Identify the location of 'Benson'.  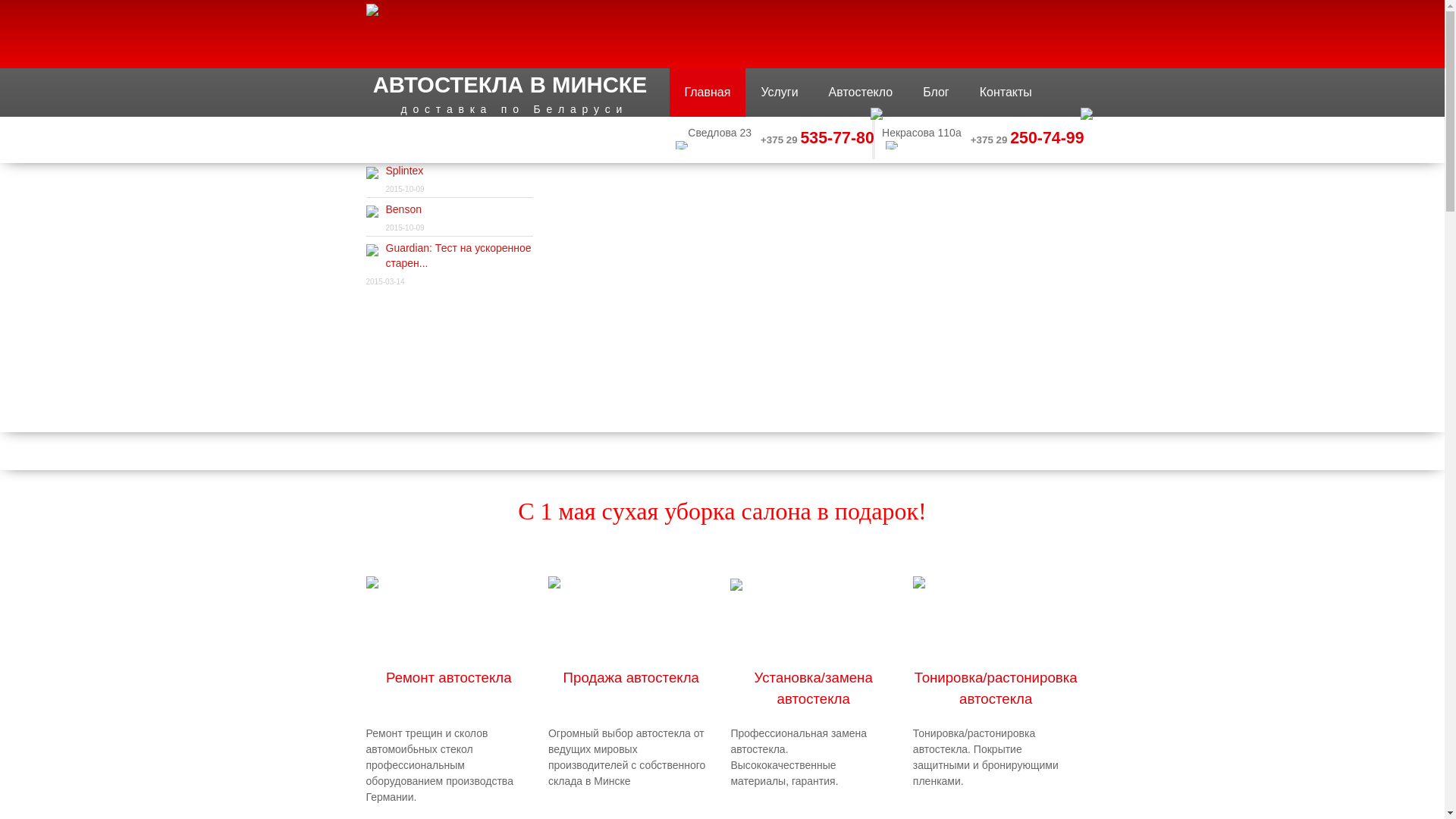
(403, 209).